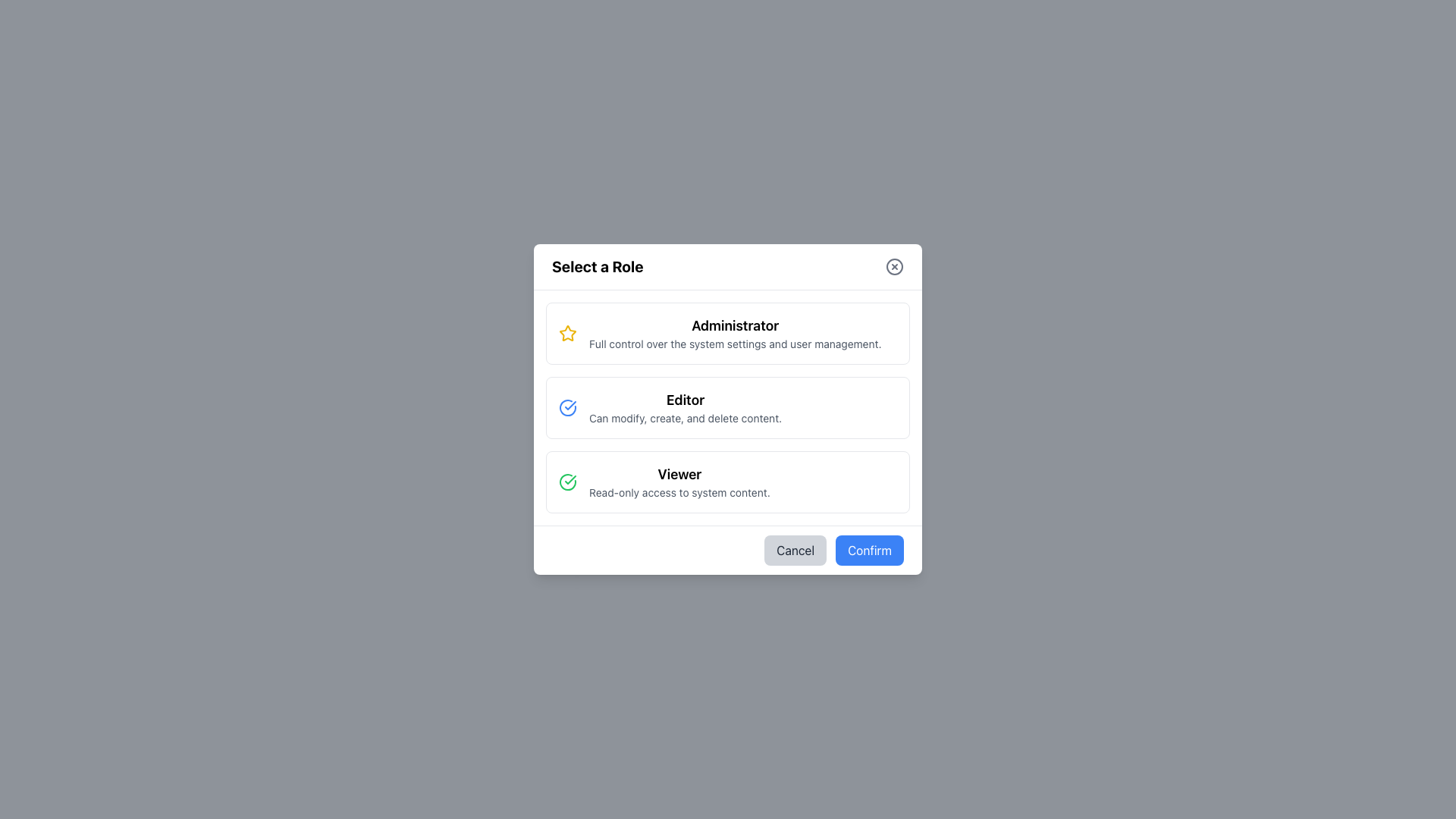  What do you see at coordinates (685, 406) in the screenshot?
I see `description of the 'Editor' role from the second option in the vertically-stacked list of role options in the 'Select a Role' pop-up modal` at bounding box center [685, 406].